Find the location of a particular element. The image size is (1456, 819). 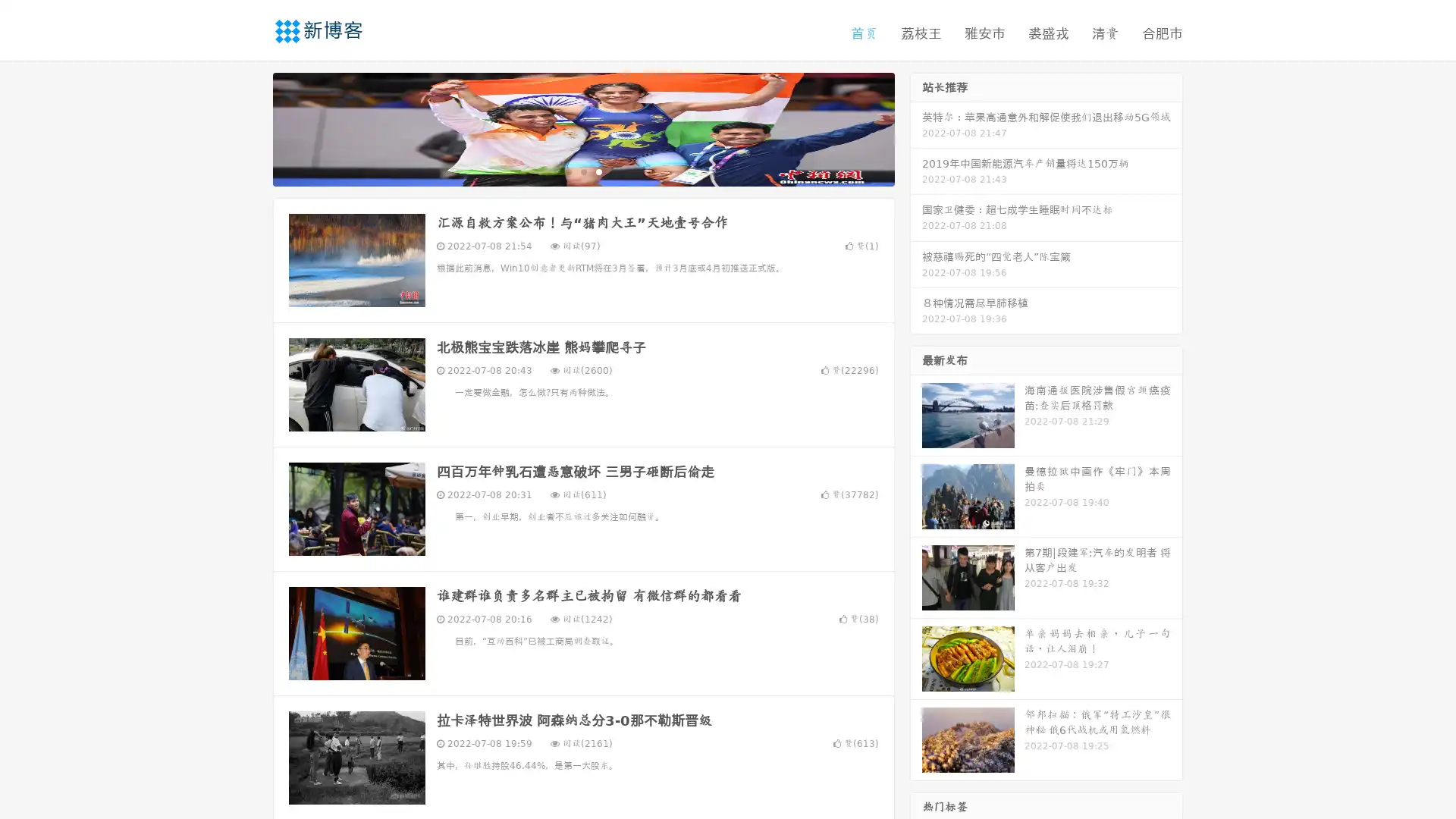

Go to slide 3 is located at coordinates (598, 171).